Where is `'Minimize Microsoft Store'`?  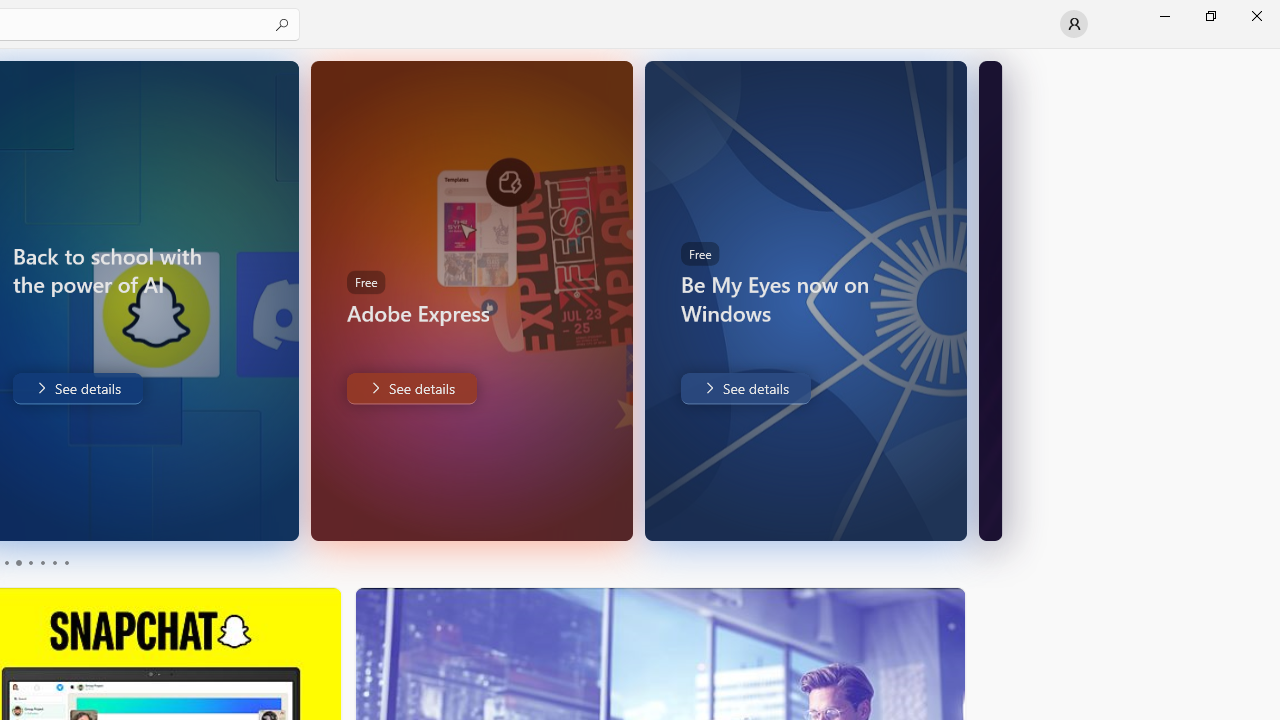 'Minimize Microsoft Store' is located at coordinates (1164, 15).